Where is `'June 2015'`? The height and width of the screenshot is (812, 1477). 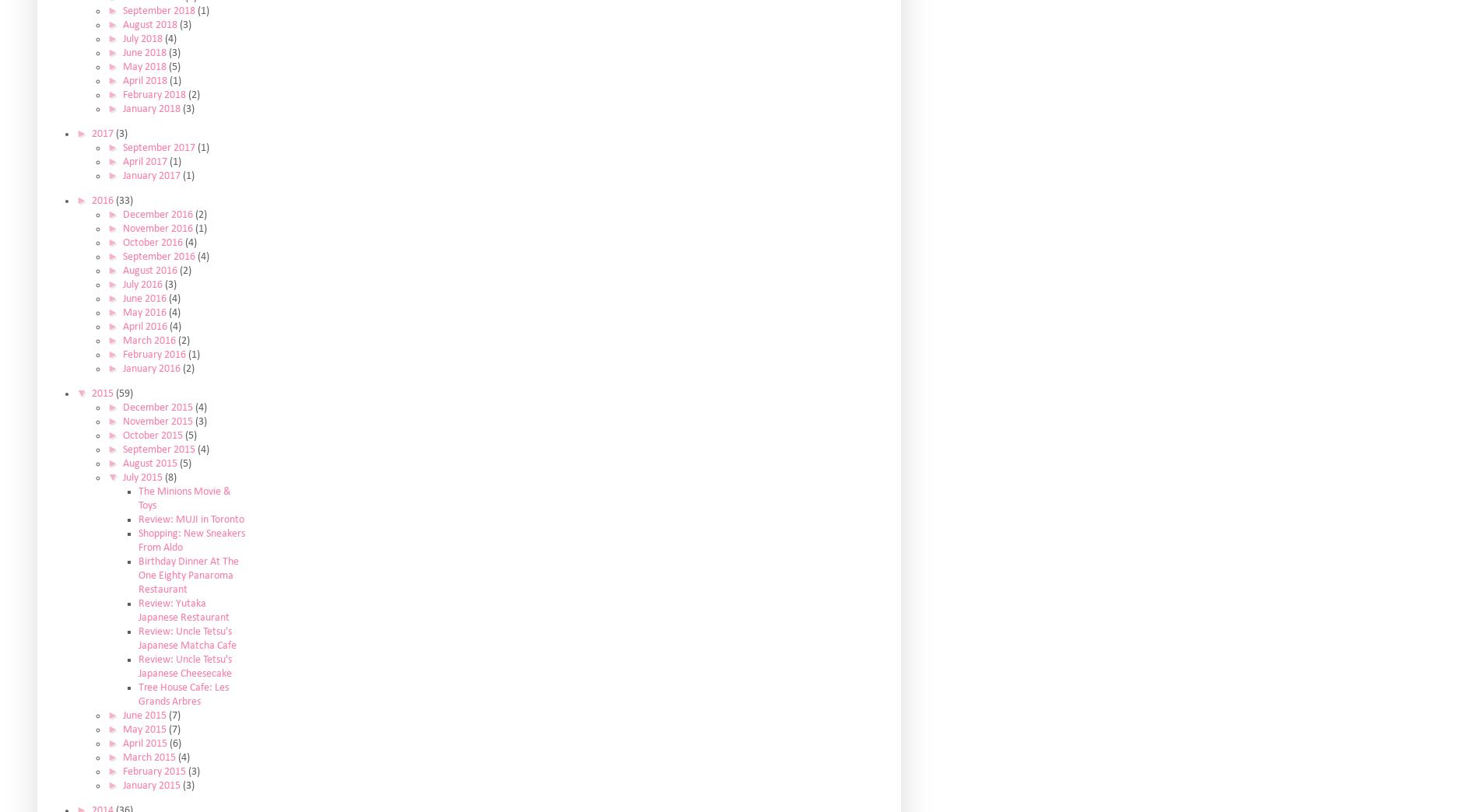
'June 2015' is located at coordinates (144, 714).